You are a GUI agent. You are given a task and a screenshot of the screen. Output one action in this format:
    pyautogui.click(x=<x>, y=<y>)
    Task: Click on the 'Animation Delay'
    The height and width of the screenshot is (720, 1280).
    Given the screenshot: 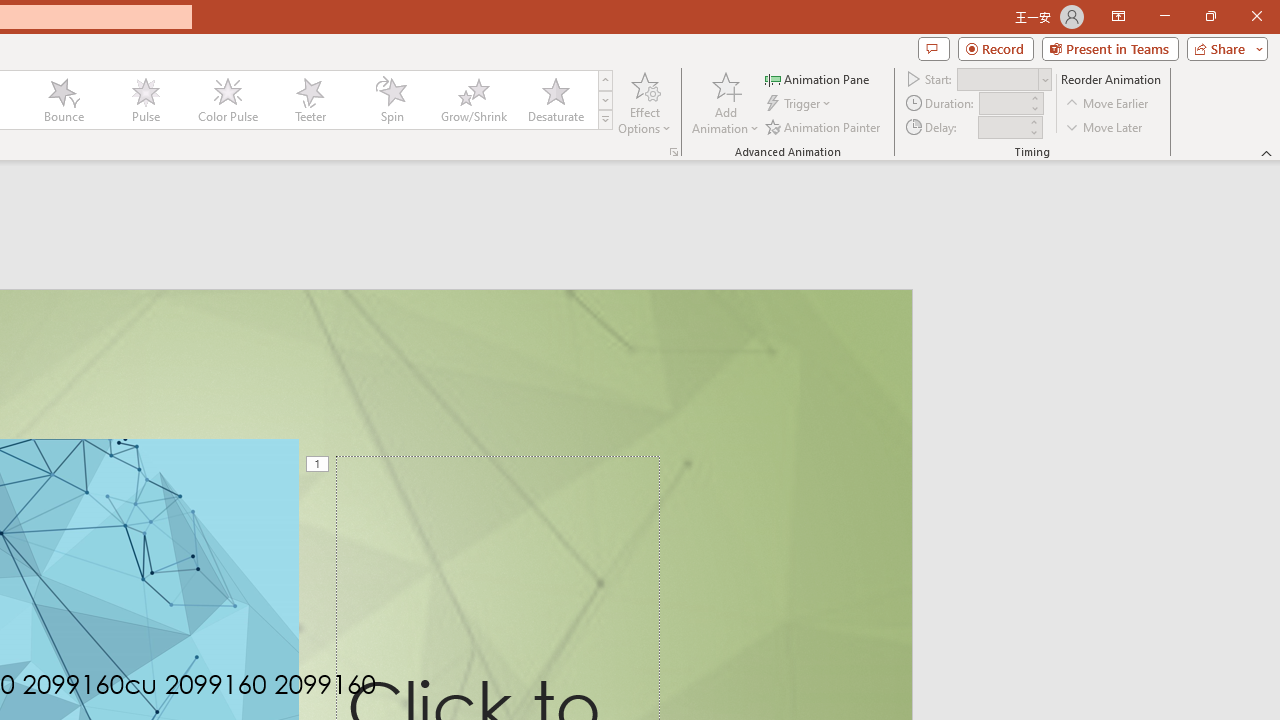 What is the action you would take?
    pyautogui.click(x=1002, y=127)
    